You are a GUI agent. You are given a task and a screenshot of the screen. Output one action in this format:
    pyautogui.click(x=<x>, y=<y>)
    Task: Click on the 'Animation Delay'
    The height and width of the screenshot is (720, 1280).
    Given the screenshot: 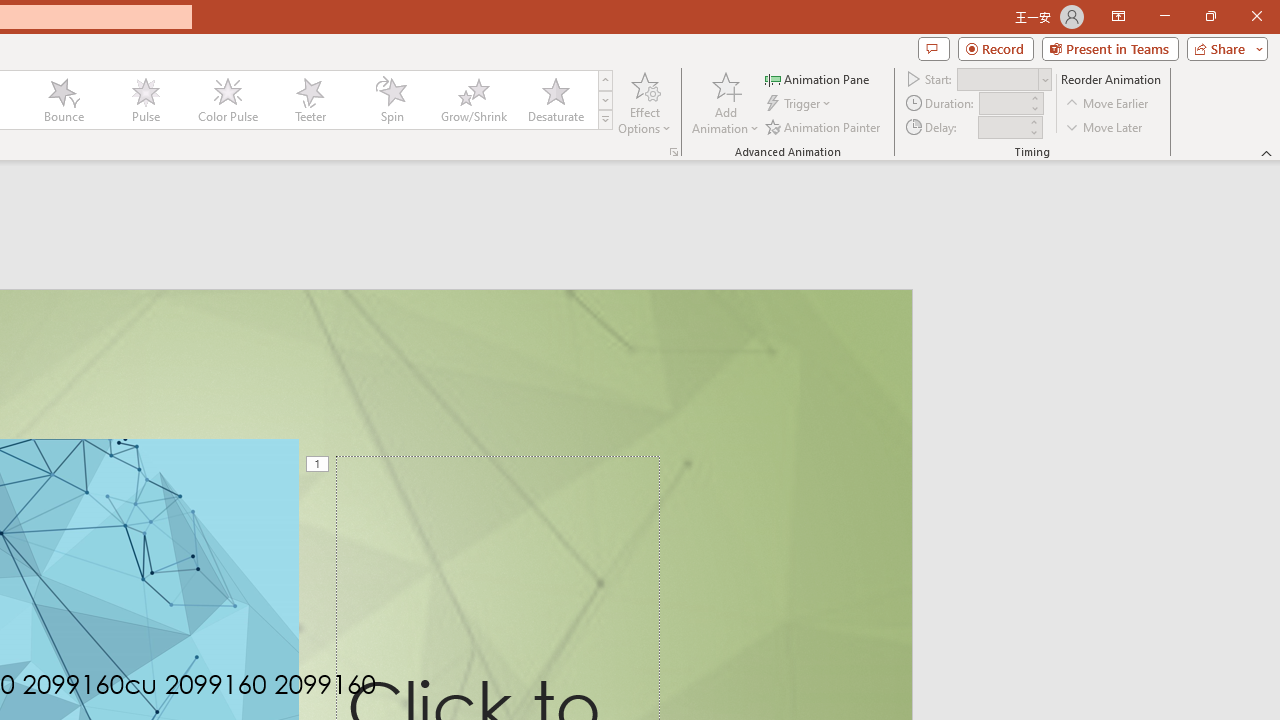 What is the action you would take?
    pyautogui.click(x=1002, y=127)
    